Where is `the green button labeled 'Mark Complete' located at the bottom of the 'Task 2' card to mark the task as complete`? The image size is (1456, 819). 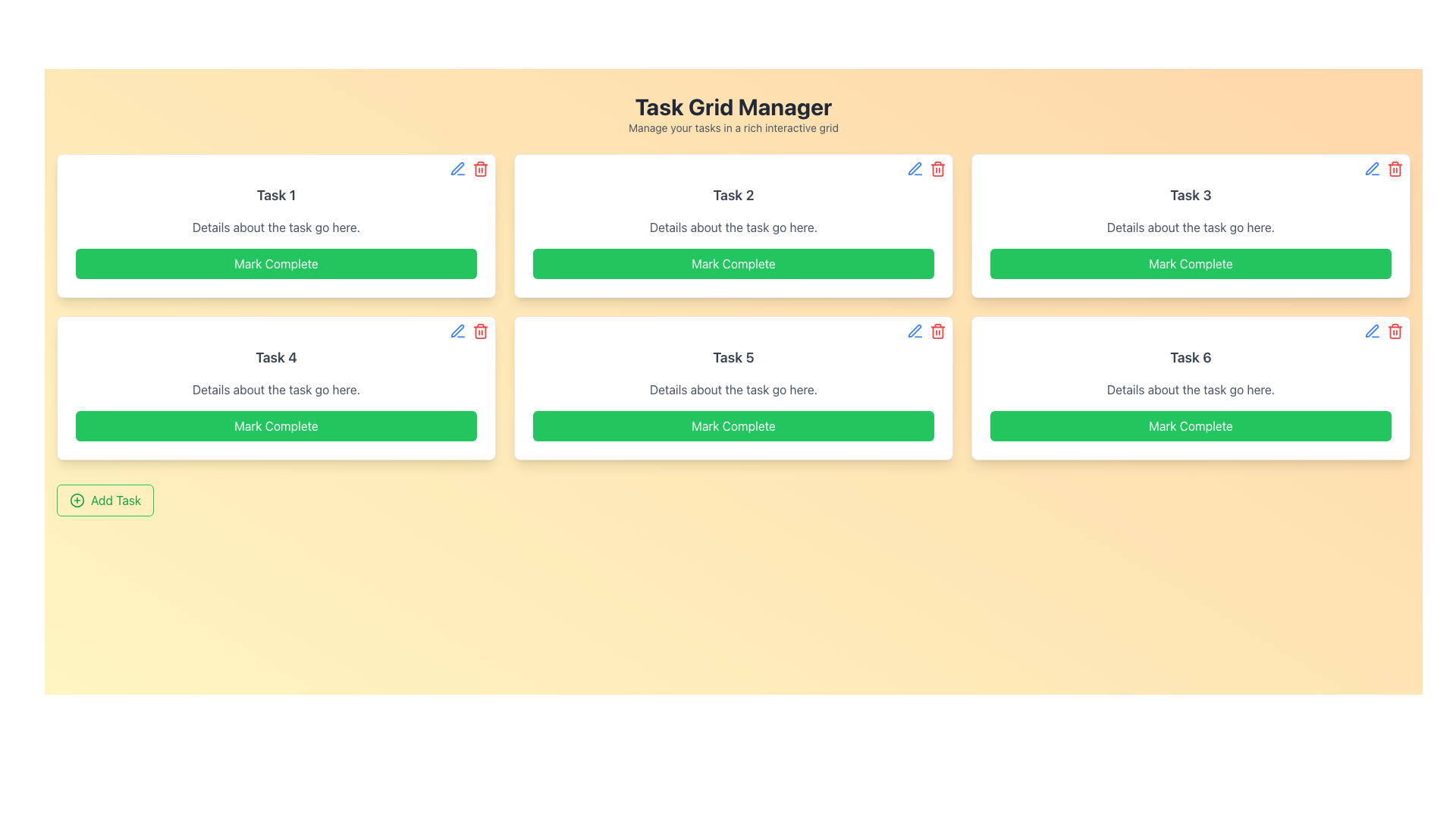 the green button labeled 'Mark Complete' located at the bottom of the 'Task 2' card to mark the task as complete is located at coordinates (733, 262).